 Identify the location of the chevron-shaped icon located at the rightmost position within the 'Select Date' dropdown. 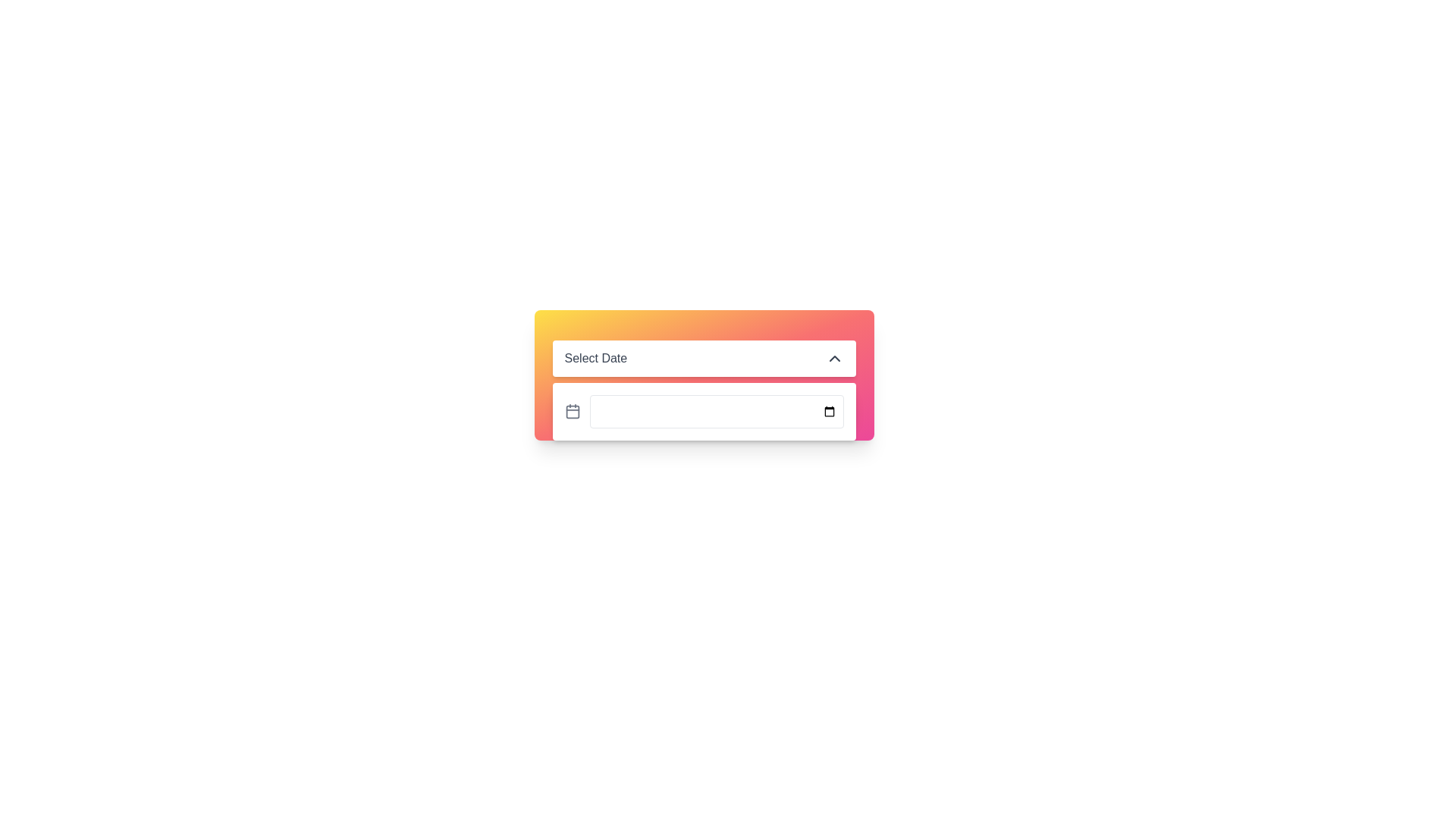
(833, 359).